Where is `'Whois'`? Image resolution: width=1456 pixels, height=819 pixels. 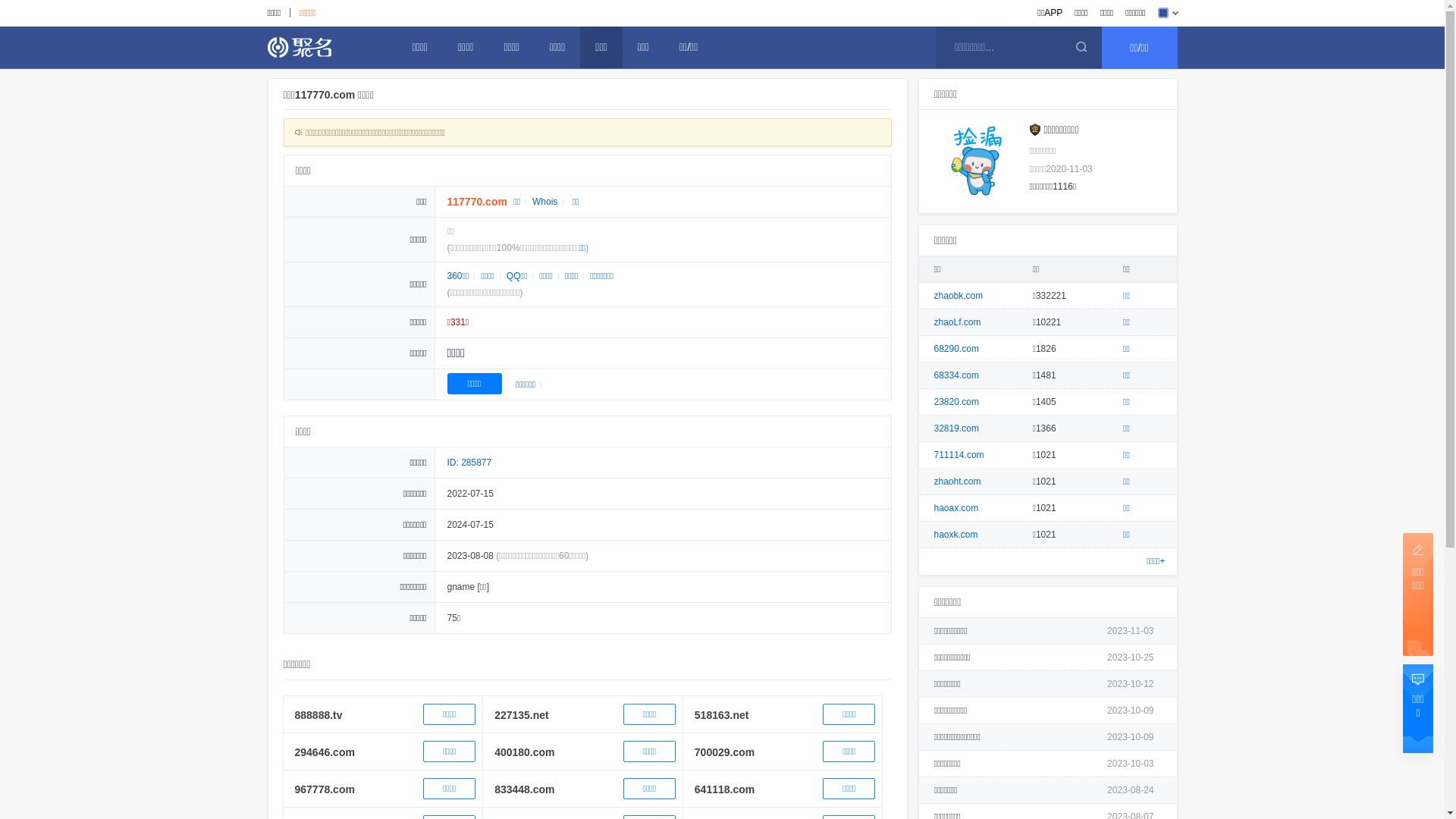
'Whois' is located at coordinates (544, 201).